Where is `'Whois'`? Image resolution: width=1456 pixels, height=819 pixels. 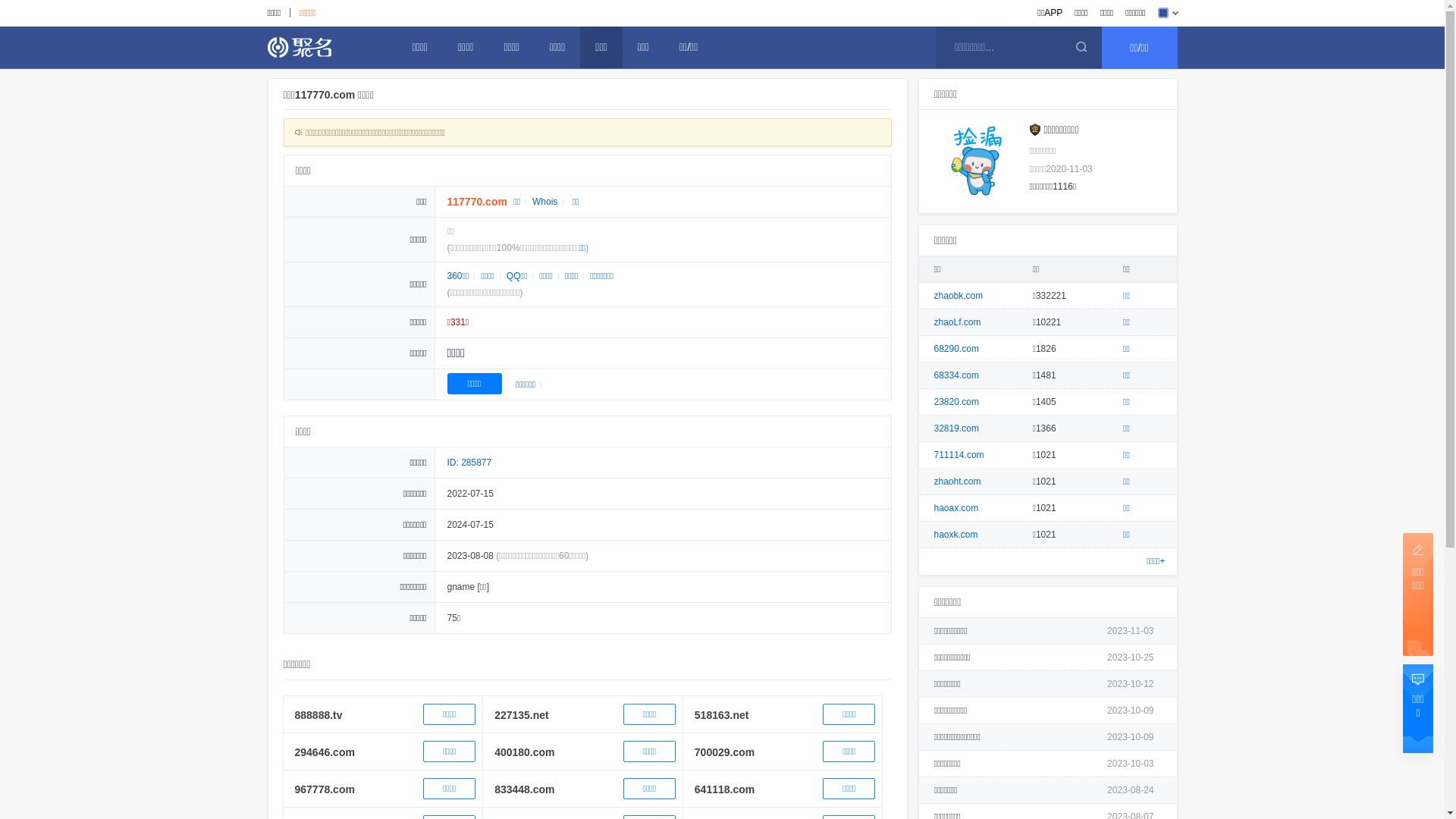
'Whois' is located at coordinates (544, 201).